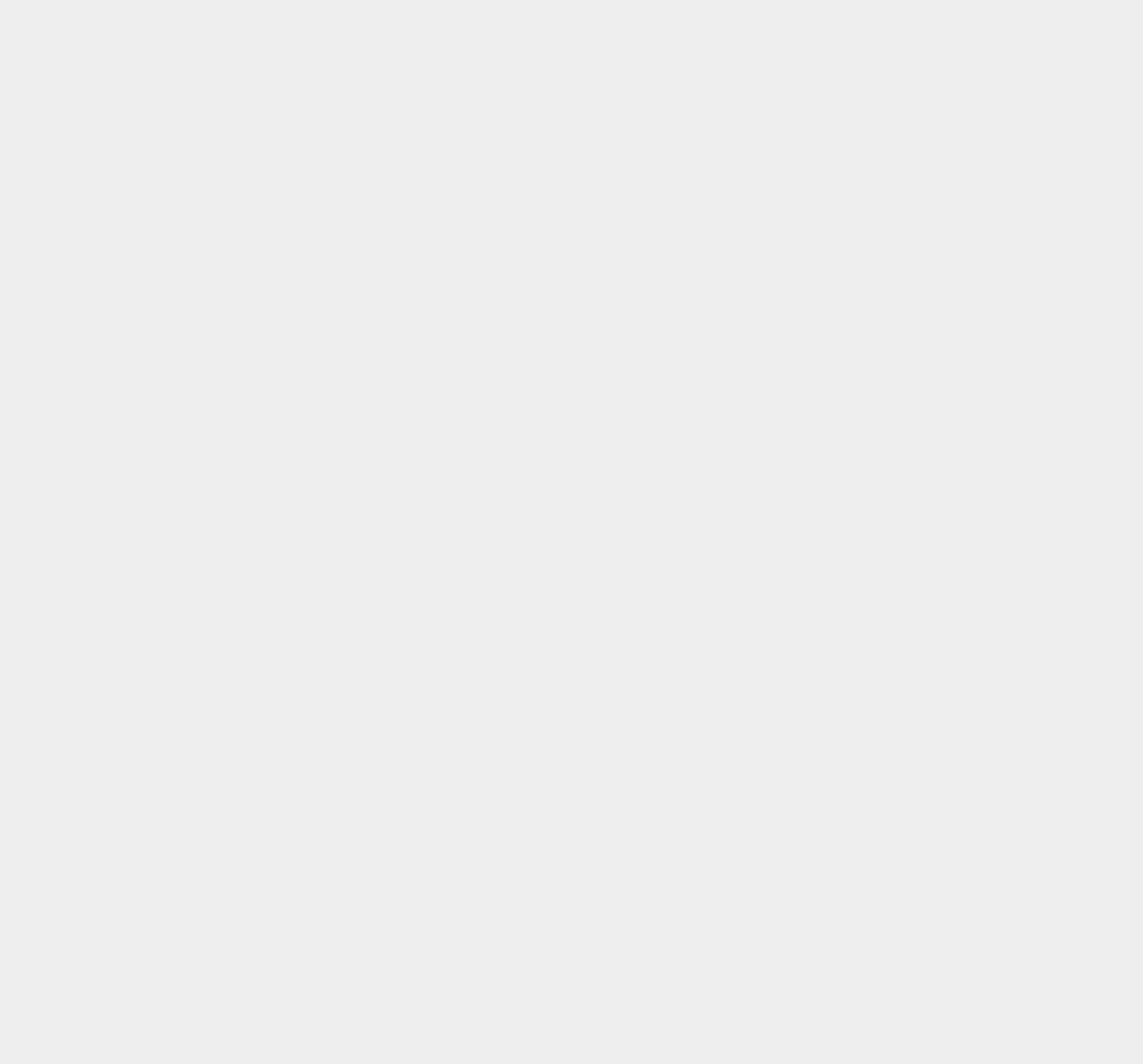 This screenshot has width=1143, height=1064. I want to click on 'iGoogle', so click(830, 356).